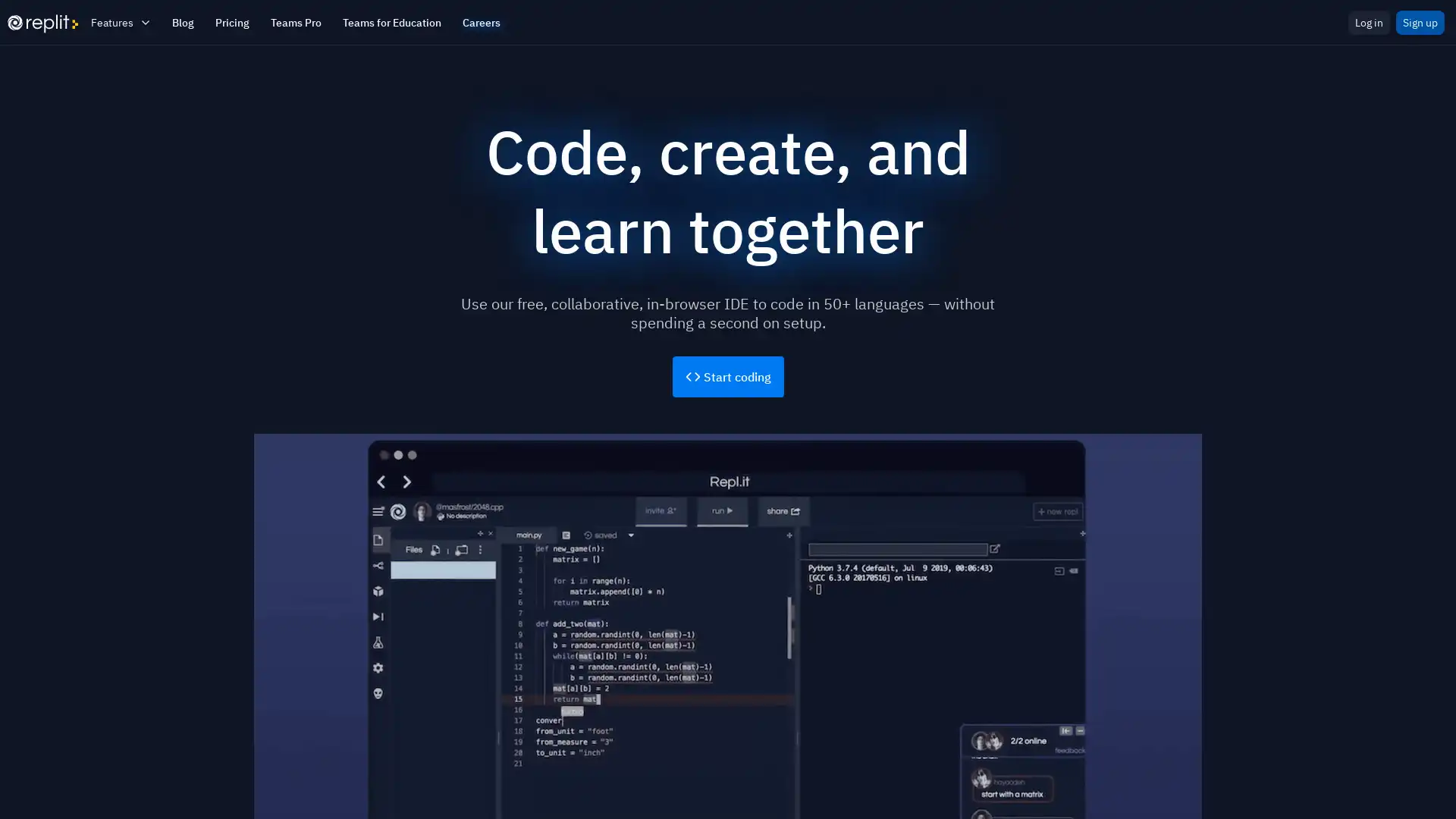  What do you see at coordinates (726, 376) in the screenshot?
I see `Start coding` at bounding box center [726, 376].